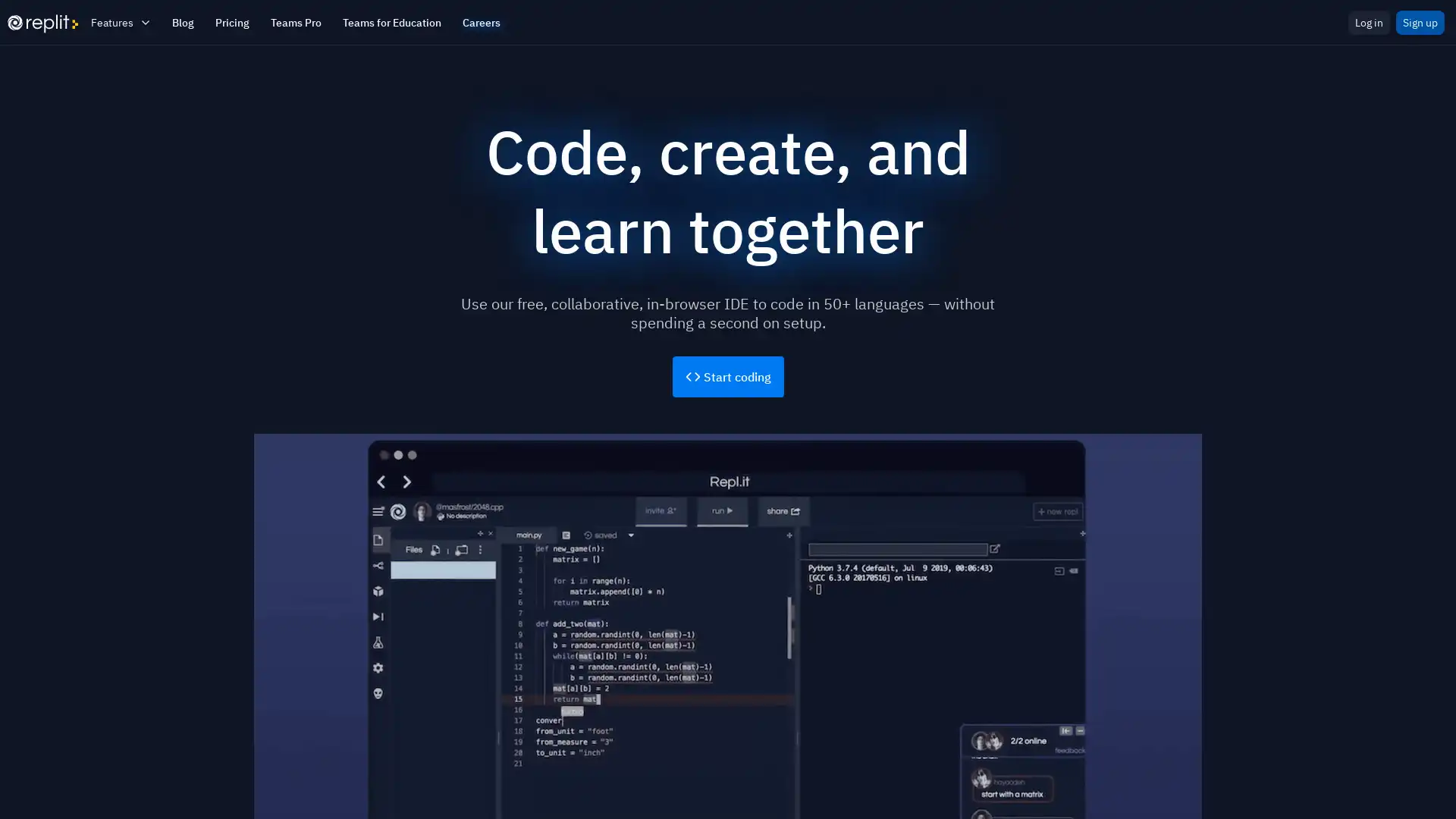  What do you see at coordinates (726, 376) in the screenshot?
I see `Start coding` at bounding box center [726, 376].